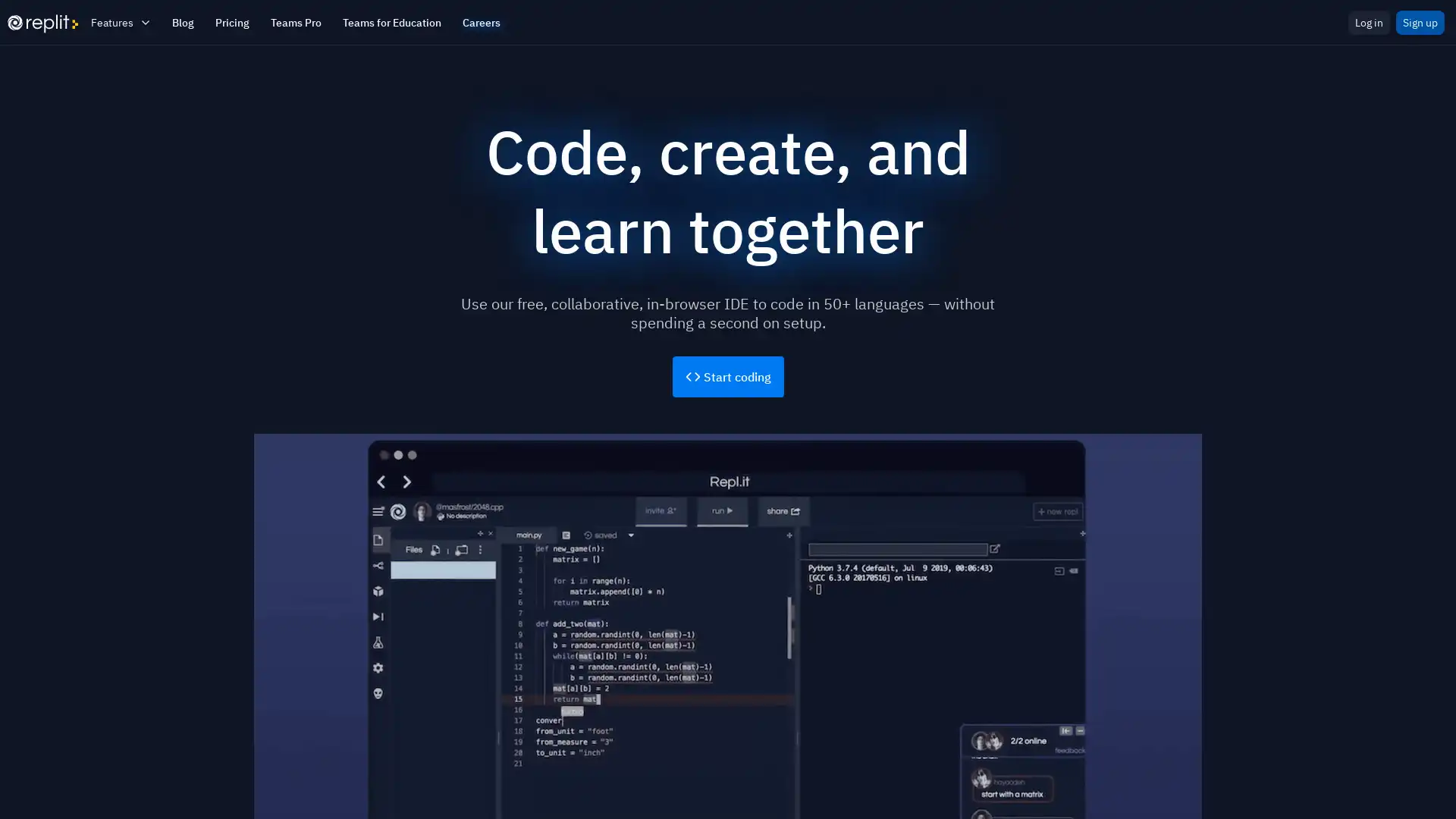  What do you see at coordinates (726, 376) in the screenshot?
I see `Start coding` at bounding box center [726, 376].